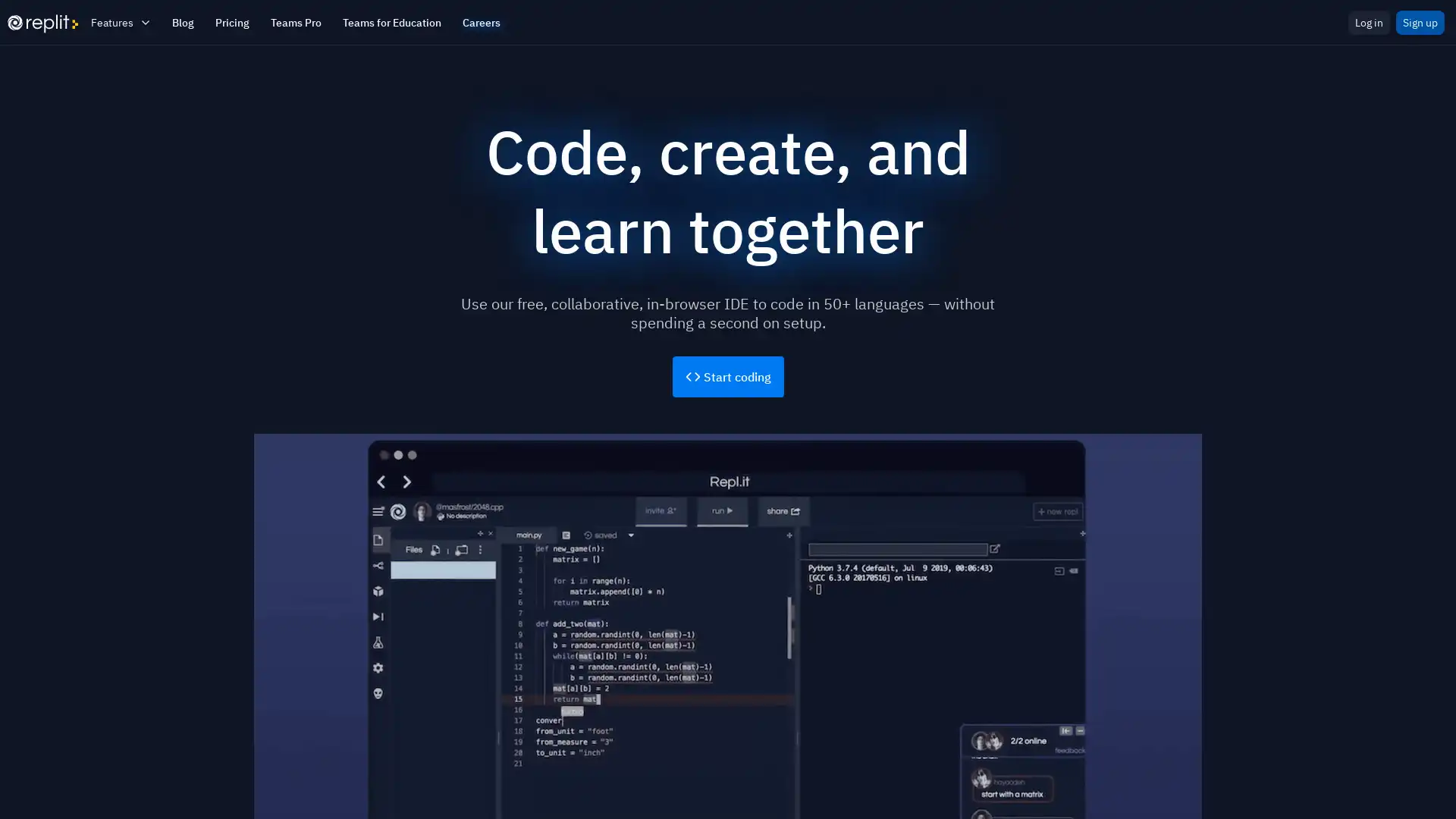  What do you see at coordinates (726, 376) in the screenshot?
I see `Start coding` at bounding box center [726, 376].